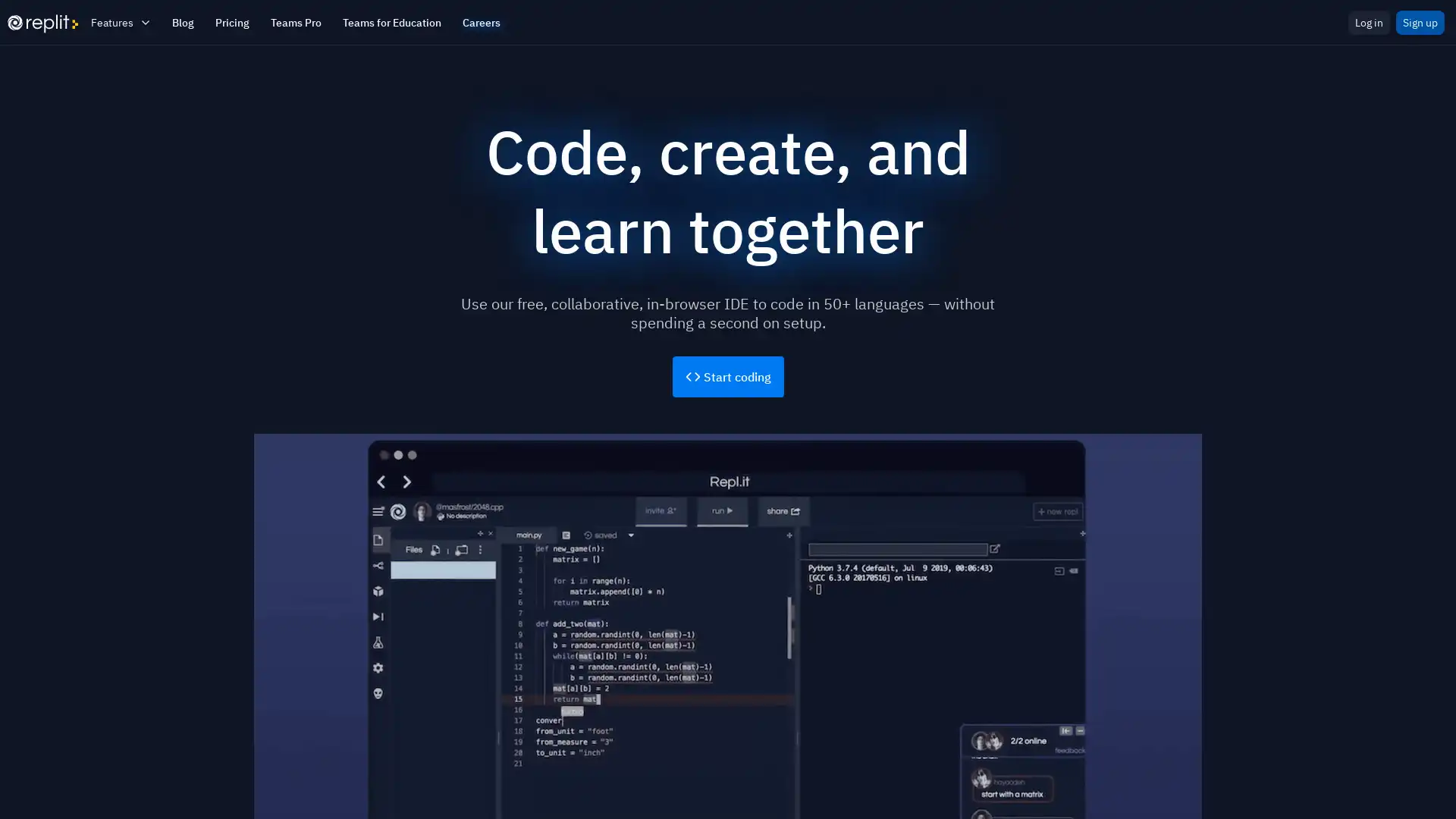  What do you see at coordinates (726, 376) in the screenshot?
I see `Start coding` at bounding box center [726, 376].